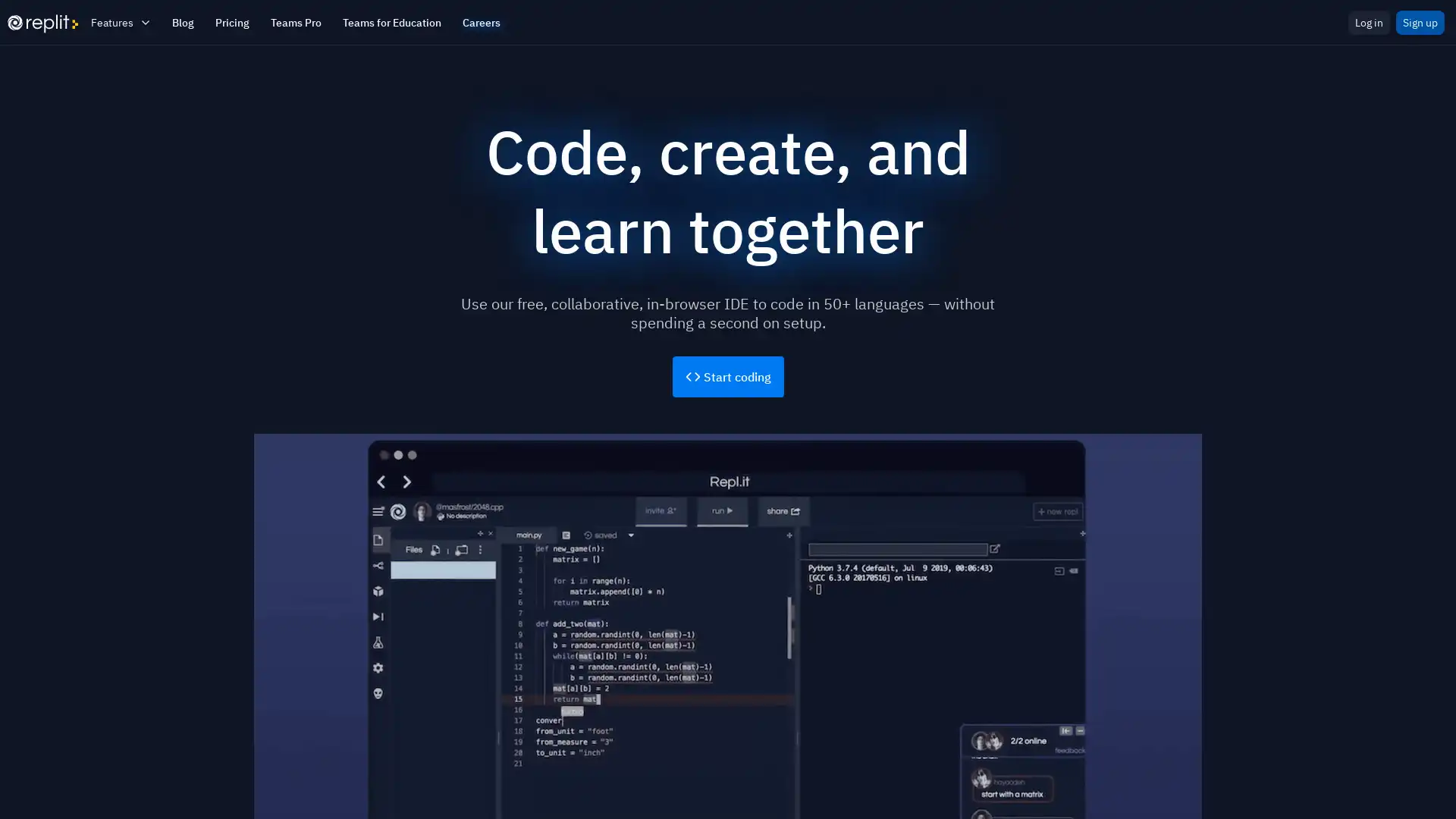  What do you see at coordinates (726, 376) in the screenshot?
I see `Start coding` at bounding box center [726, 376].